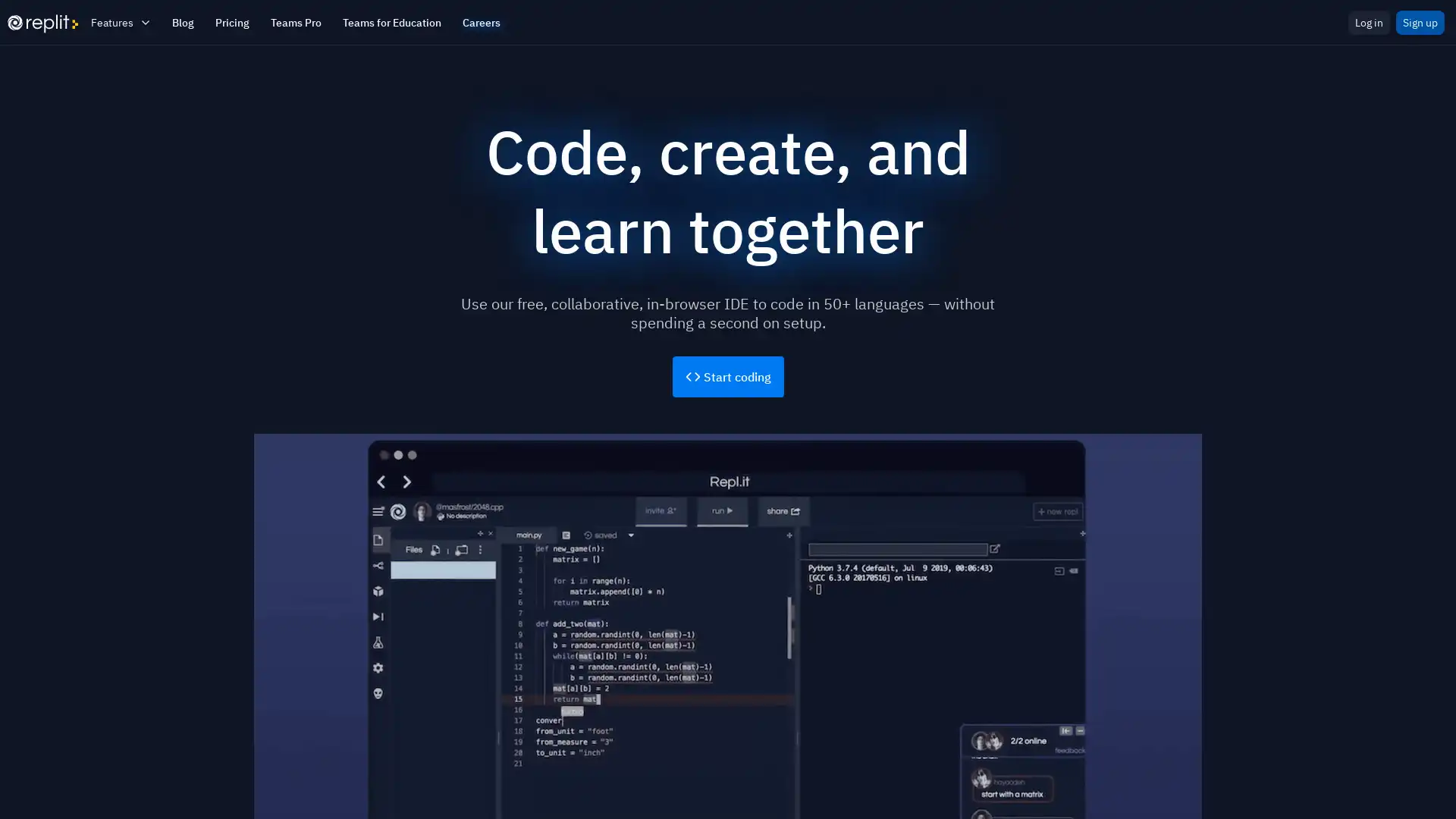  What do you see at coordinates (726, 376) in the screenshot?
I see `Start coding` at bounding box center [726, 376].